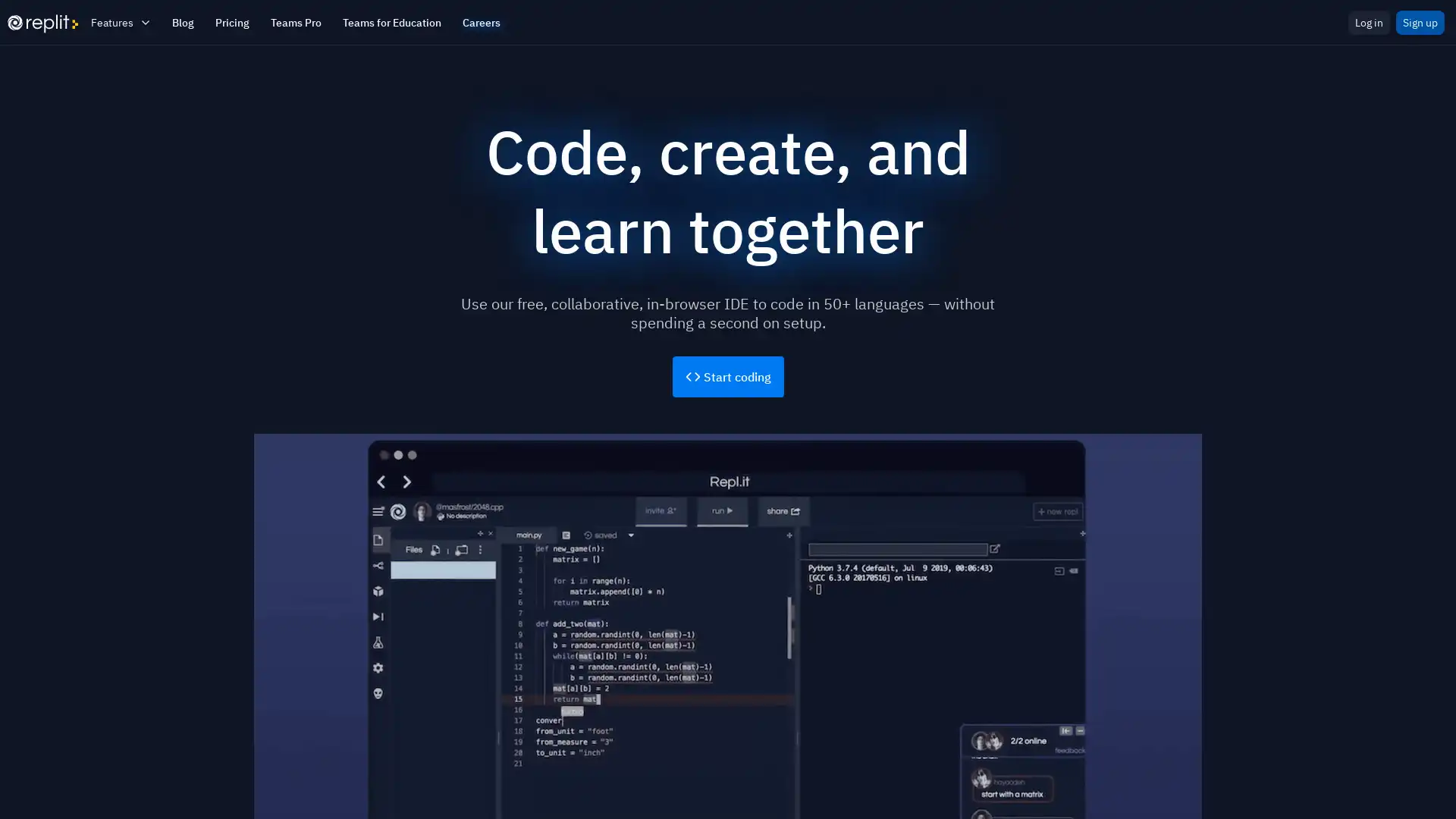  What do you see at coordinates (726, 376) in the screenshot?
I see `Start coding` at bounding box center [726, 376].